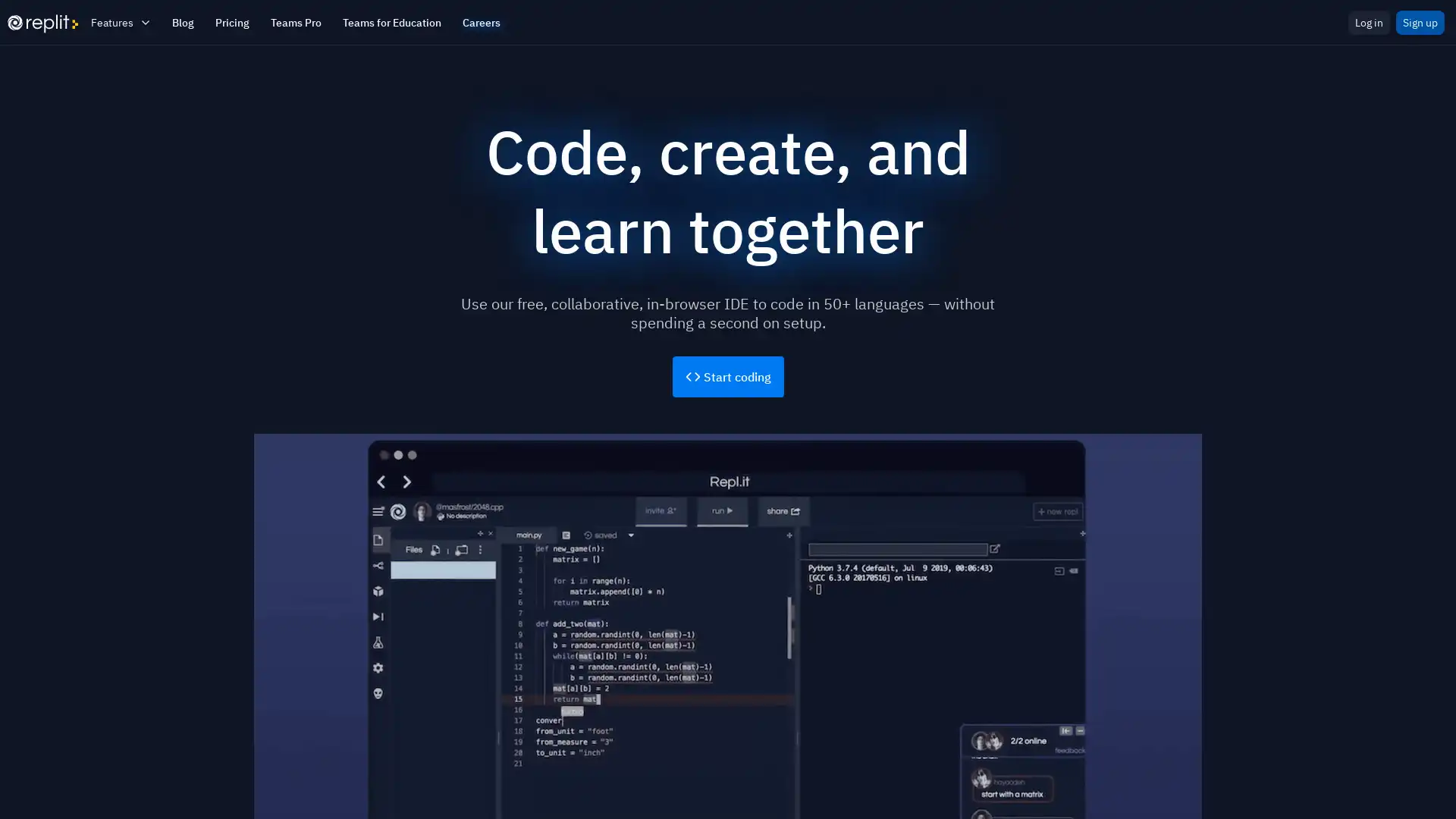  What do you see at coordinates (726, 376) in the screenshot?
I see `Start coding` at bounding box center [726, 376].